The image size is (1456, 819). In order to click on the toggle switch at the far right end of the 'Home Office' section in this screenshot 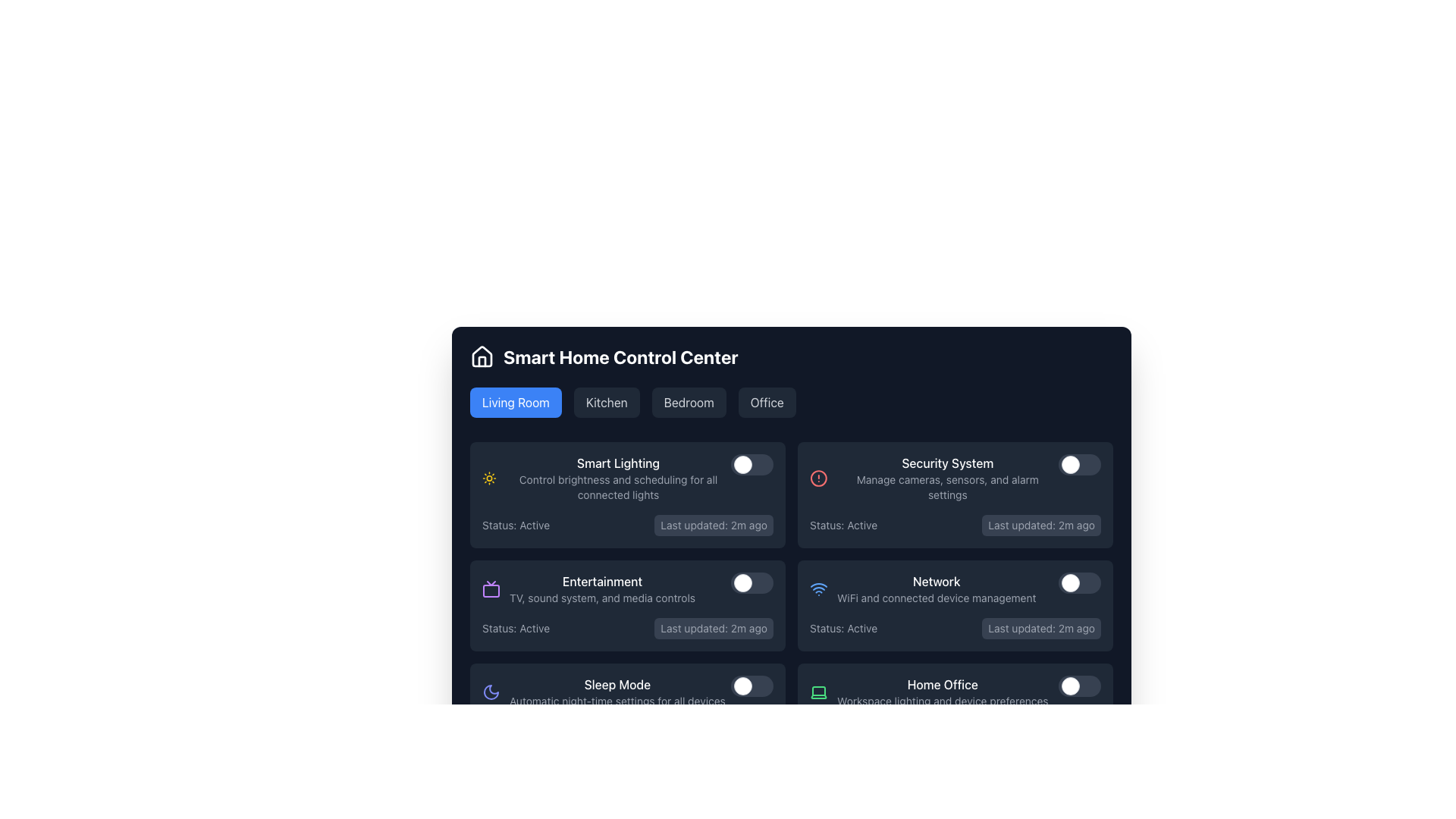, I will do `click(1079, 686)`.